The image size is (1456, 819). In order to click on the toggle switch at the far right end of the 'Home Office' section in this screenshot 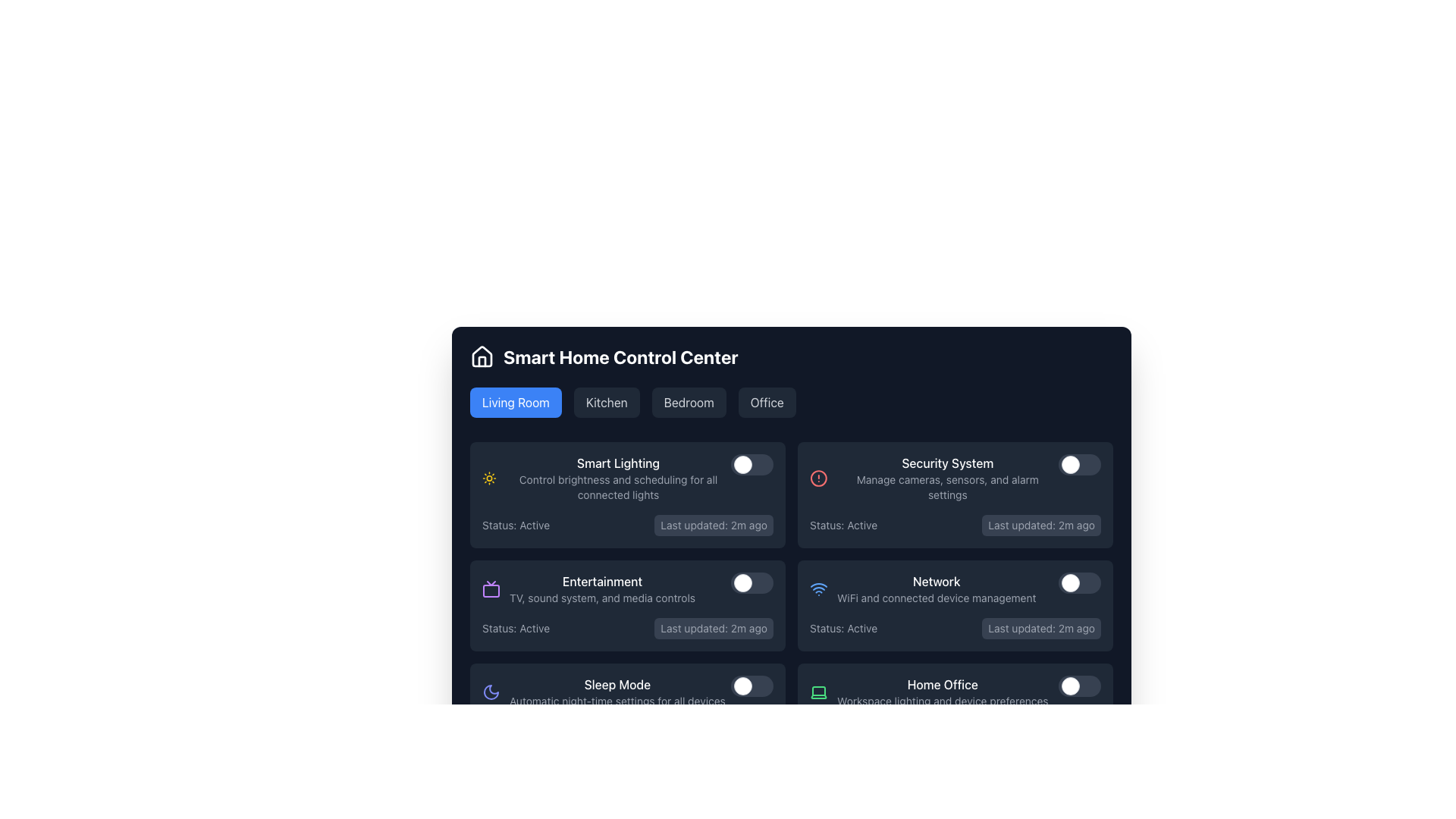, I will do `click(1079, 686)`.